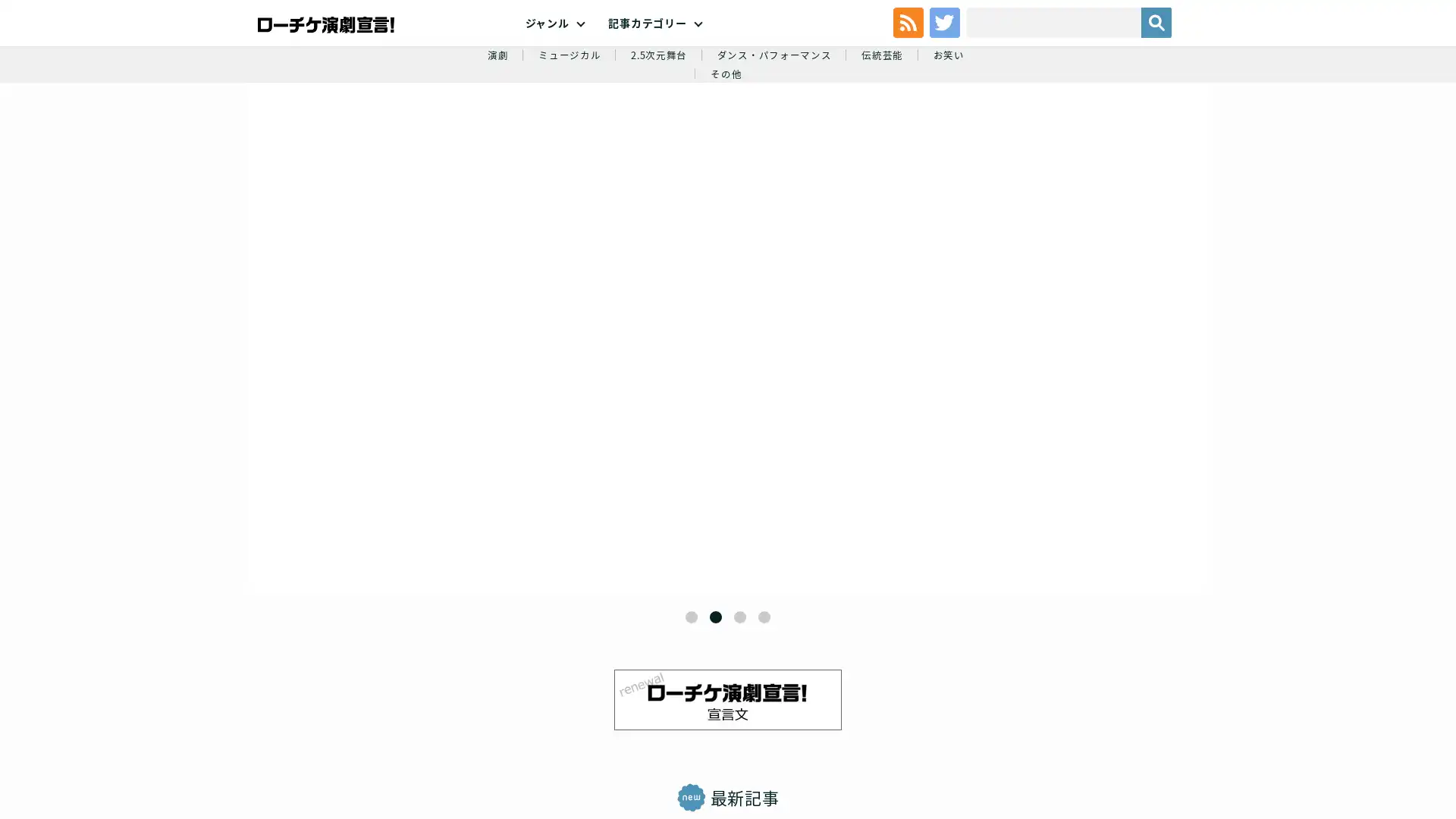 This screenshot has width=1456, height=819. What do you see at coordinates (324, 381) in the screenshot?
I see `Previous` at bounding box center [324, 381].